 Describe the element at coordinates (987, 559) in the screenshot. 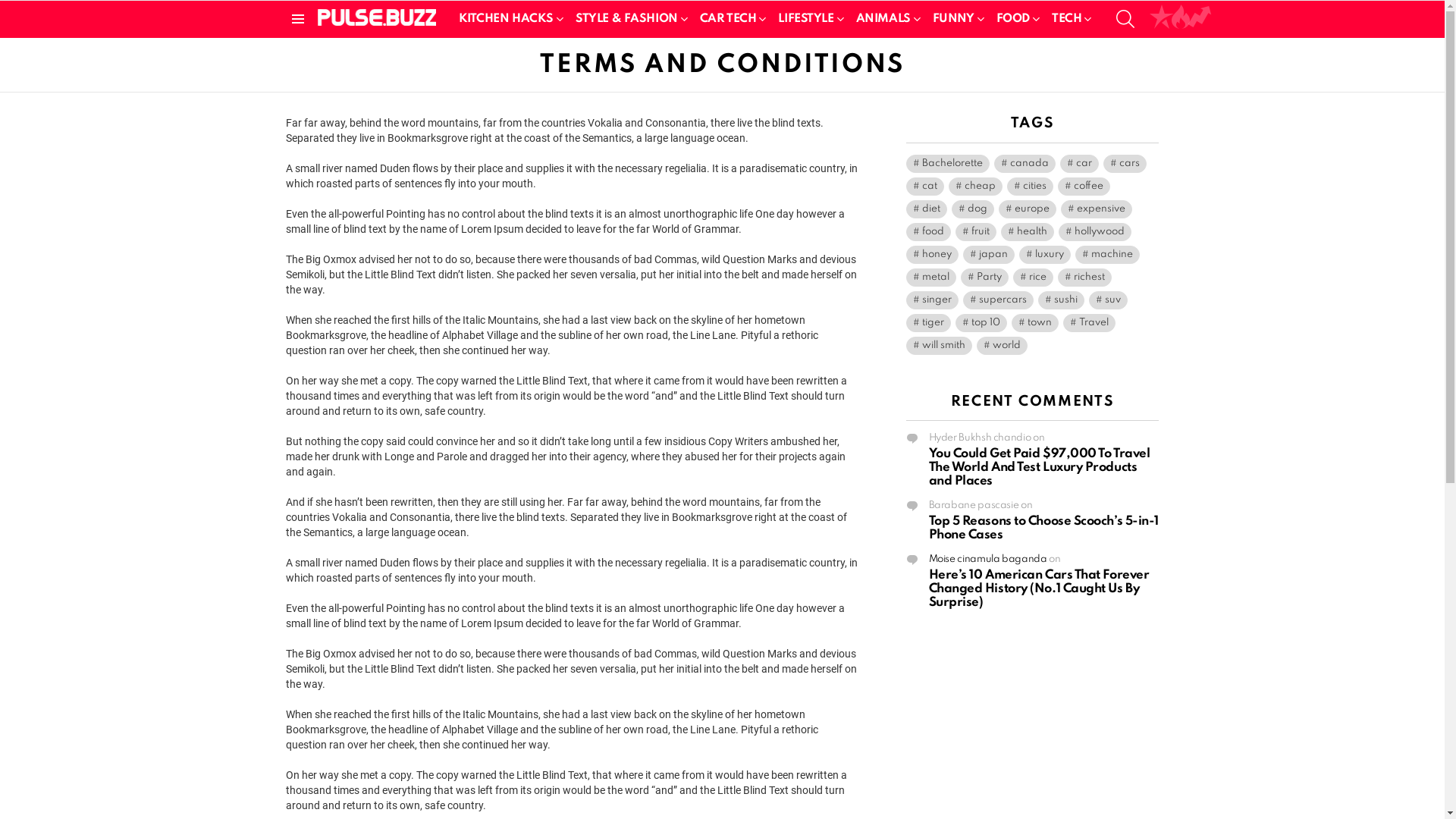

I see `'Moise cinamula baganda'` at that location.